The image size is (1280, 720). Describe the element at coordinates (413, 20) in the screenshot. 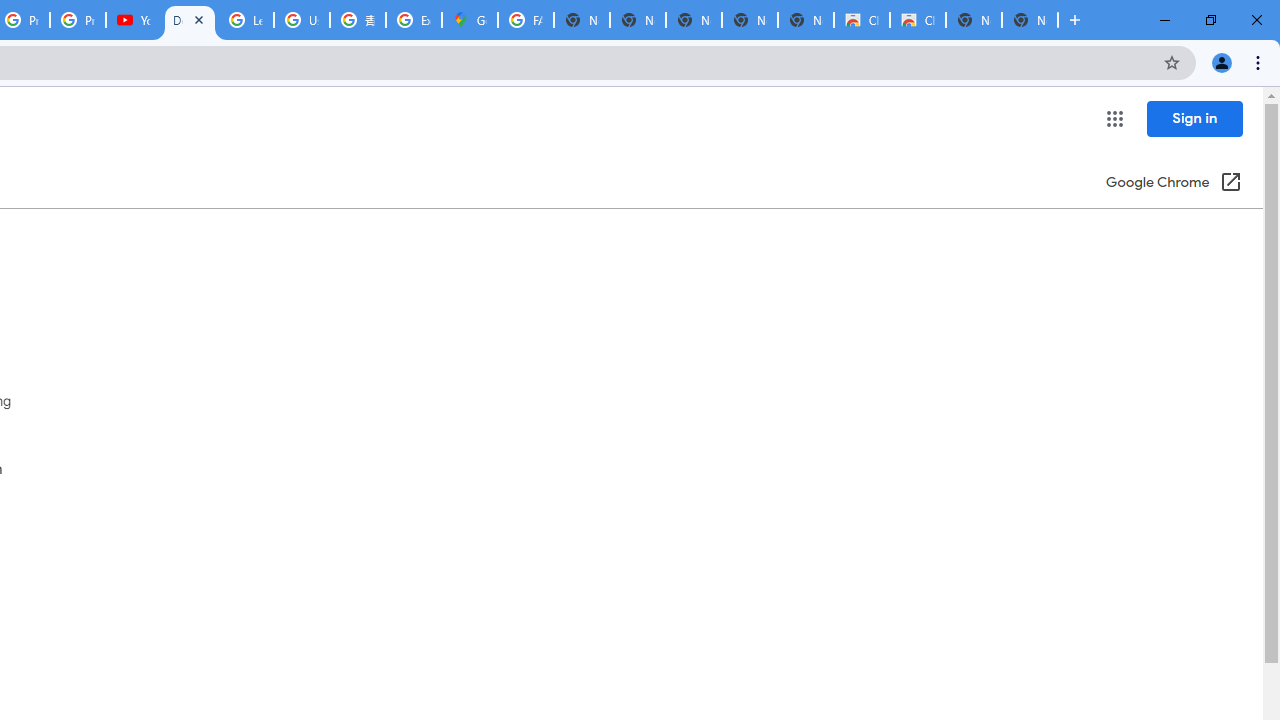

I see `'Explore new street-level details - Google Maps Help'` at that location.